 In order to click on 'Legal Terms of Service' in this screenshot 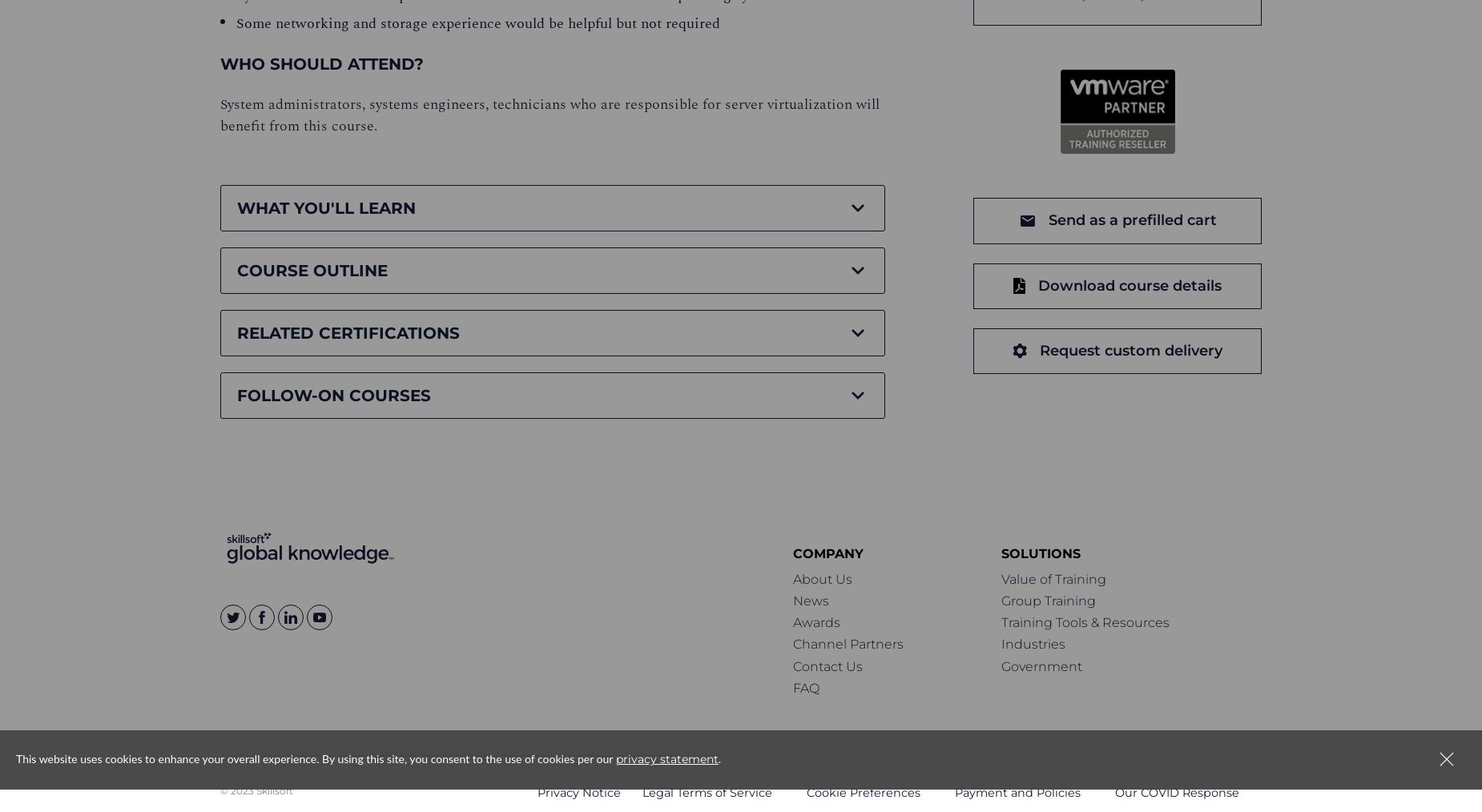, I will do `click(707, 792)`.